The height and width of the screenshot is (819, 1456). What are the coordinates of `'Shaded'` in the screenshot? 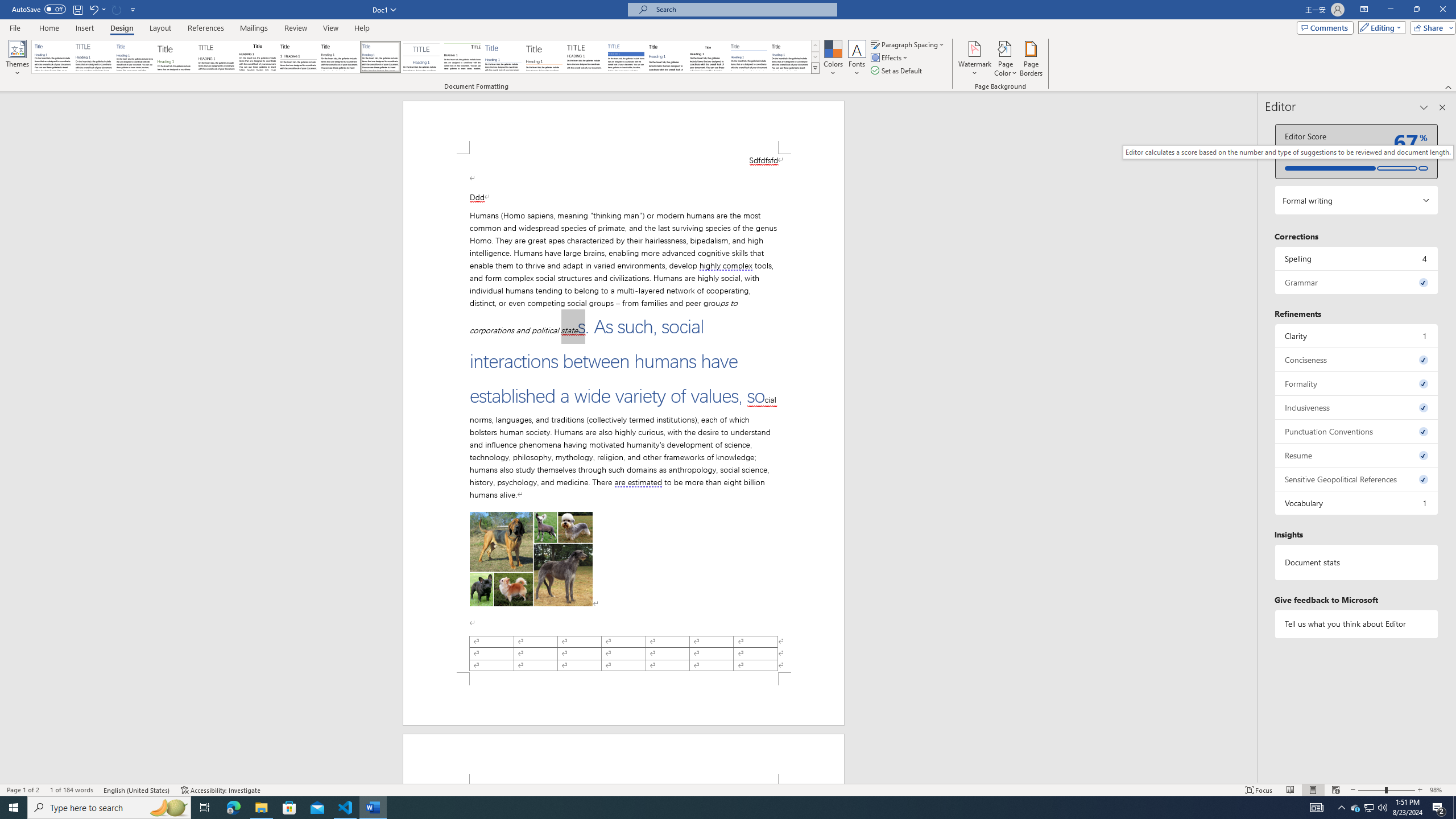 It's located at (626, 56).